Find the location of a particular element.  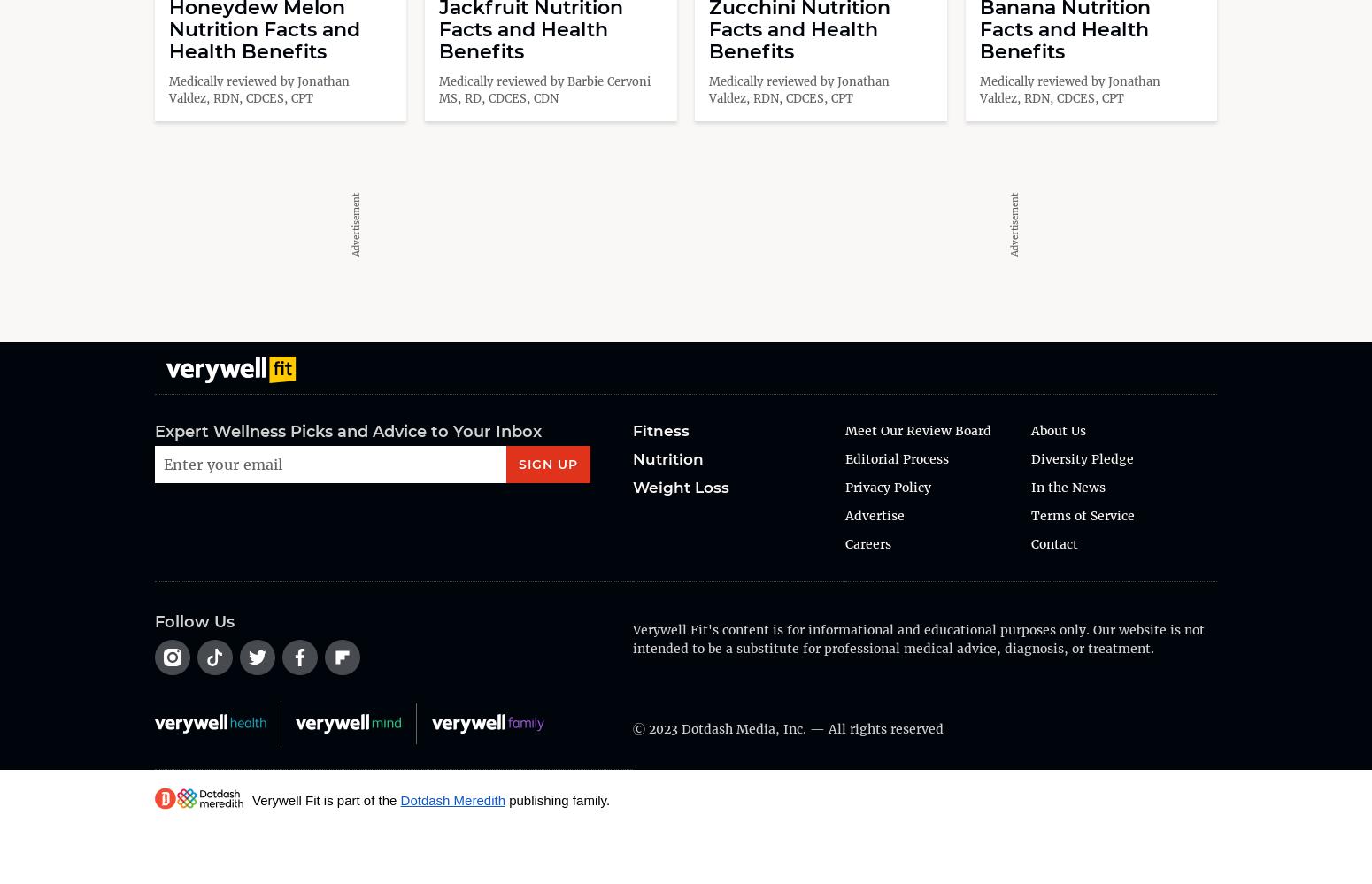

'Careers' is located at coordinates (867, 542).